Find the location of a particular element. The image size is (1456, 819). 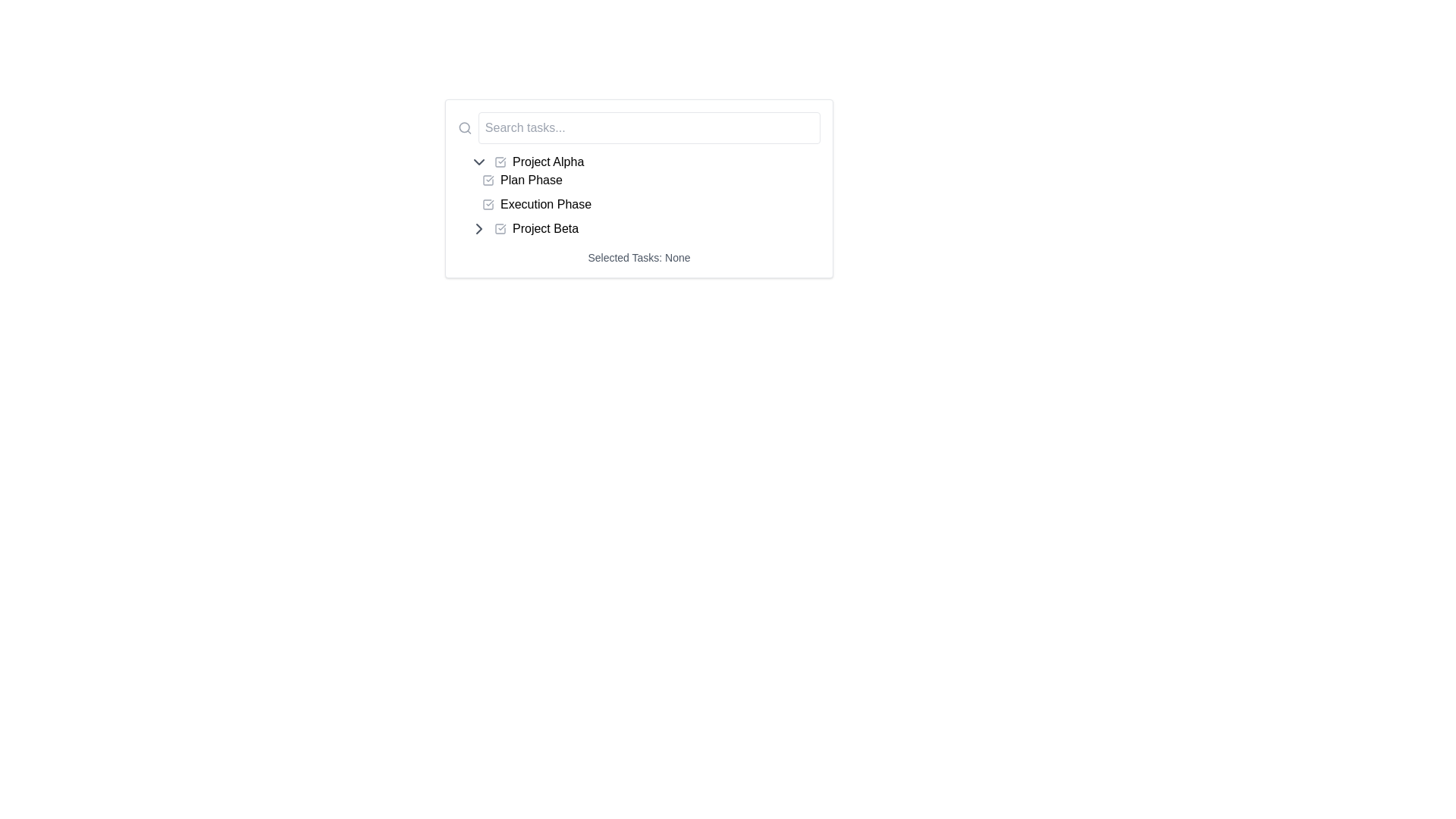

the Checkbox-like graphical element with a checkmark inside, located to the left of the 'Project Alpha' text in the task management interface is located at coordinates (500, 162).